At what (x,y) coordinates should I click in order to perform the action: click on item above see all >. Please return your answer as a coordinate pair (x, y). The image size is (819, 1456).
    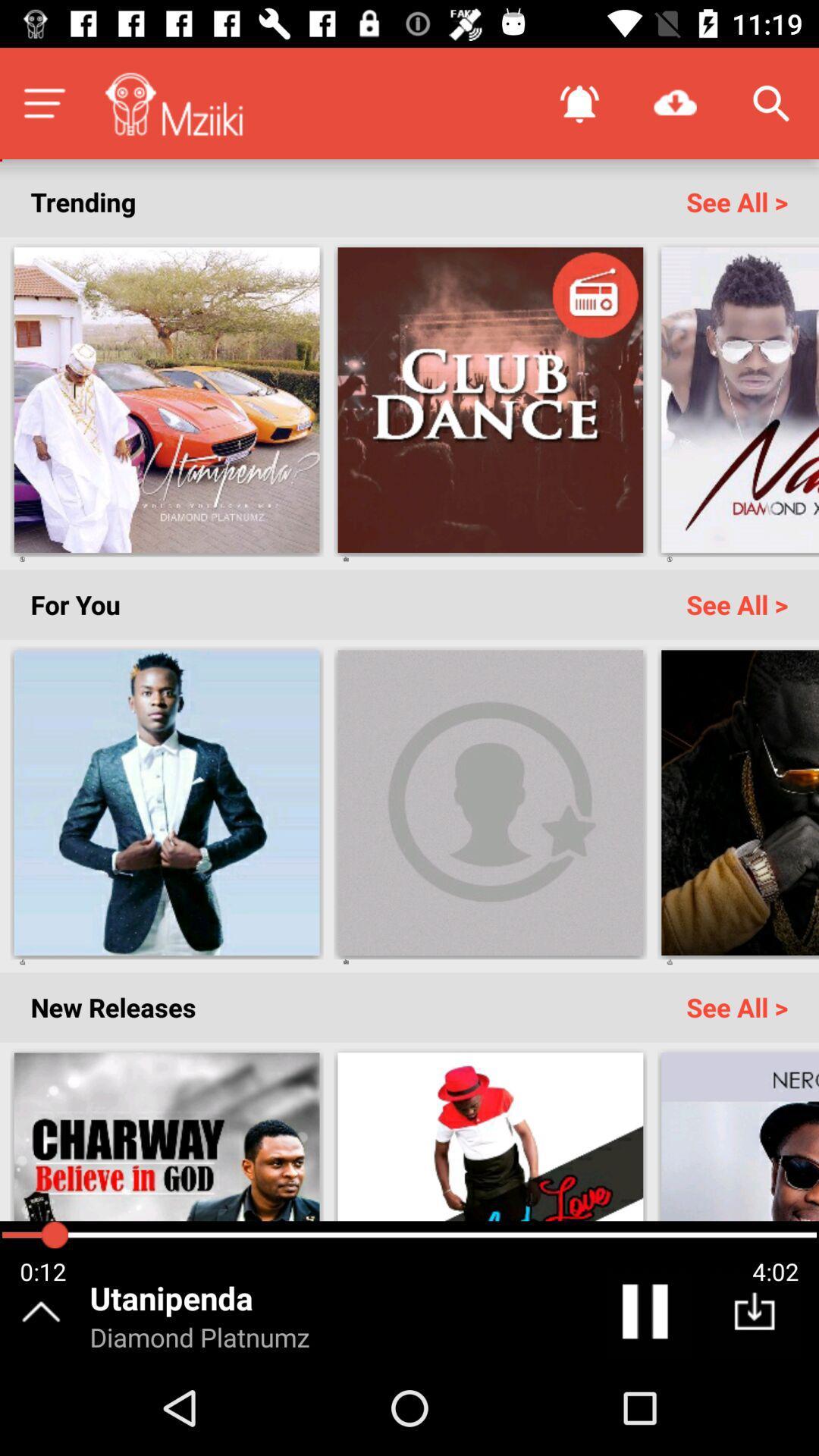
    Looking at the image, I should click on (675, 102).